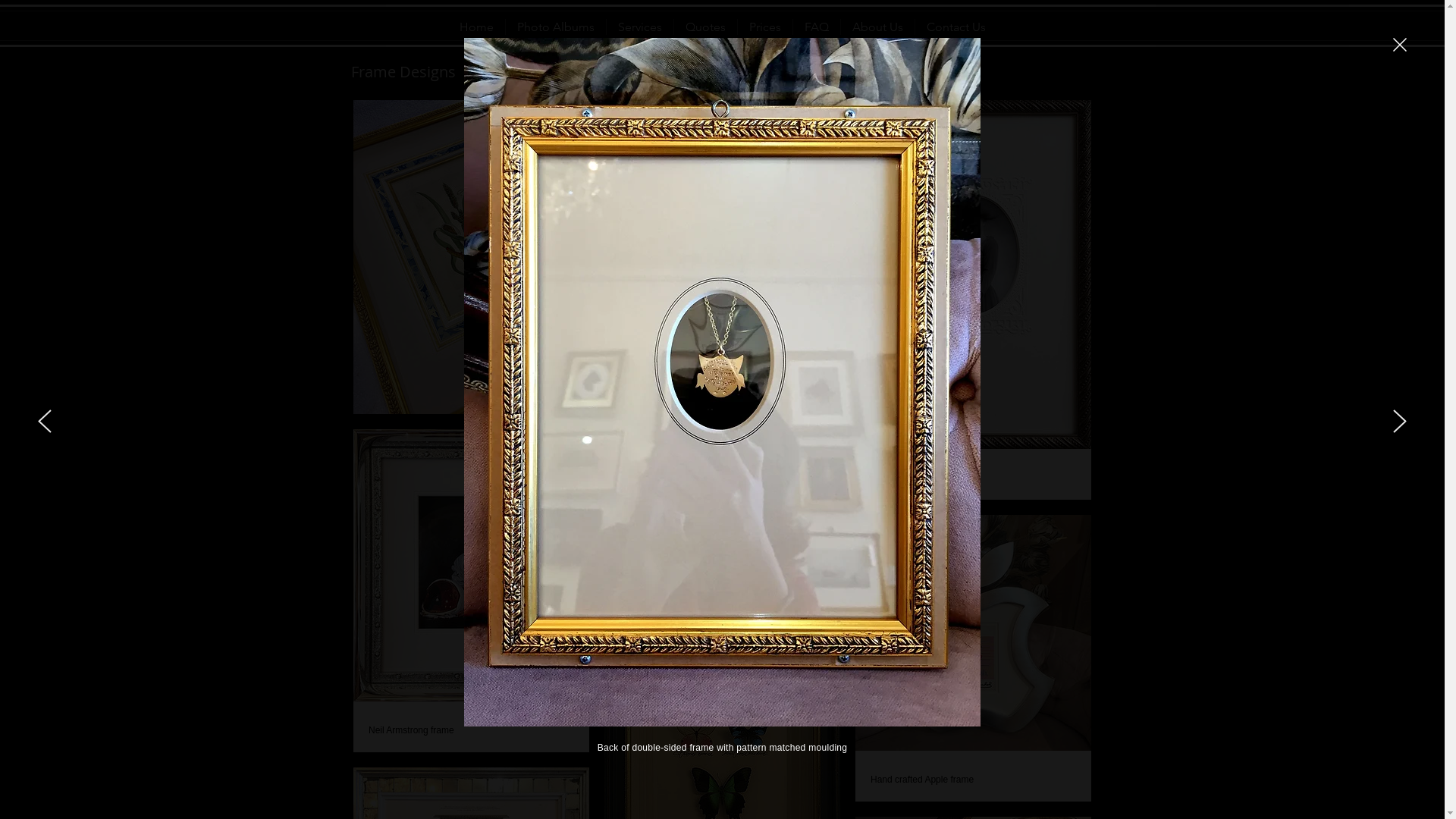  What do you see at coordinates (475, 26) in the screenshot?
I see `'Home'` at bounding box center [475, 26].